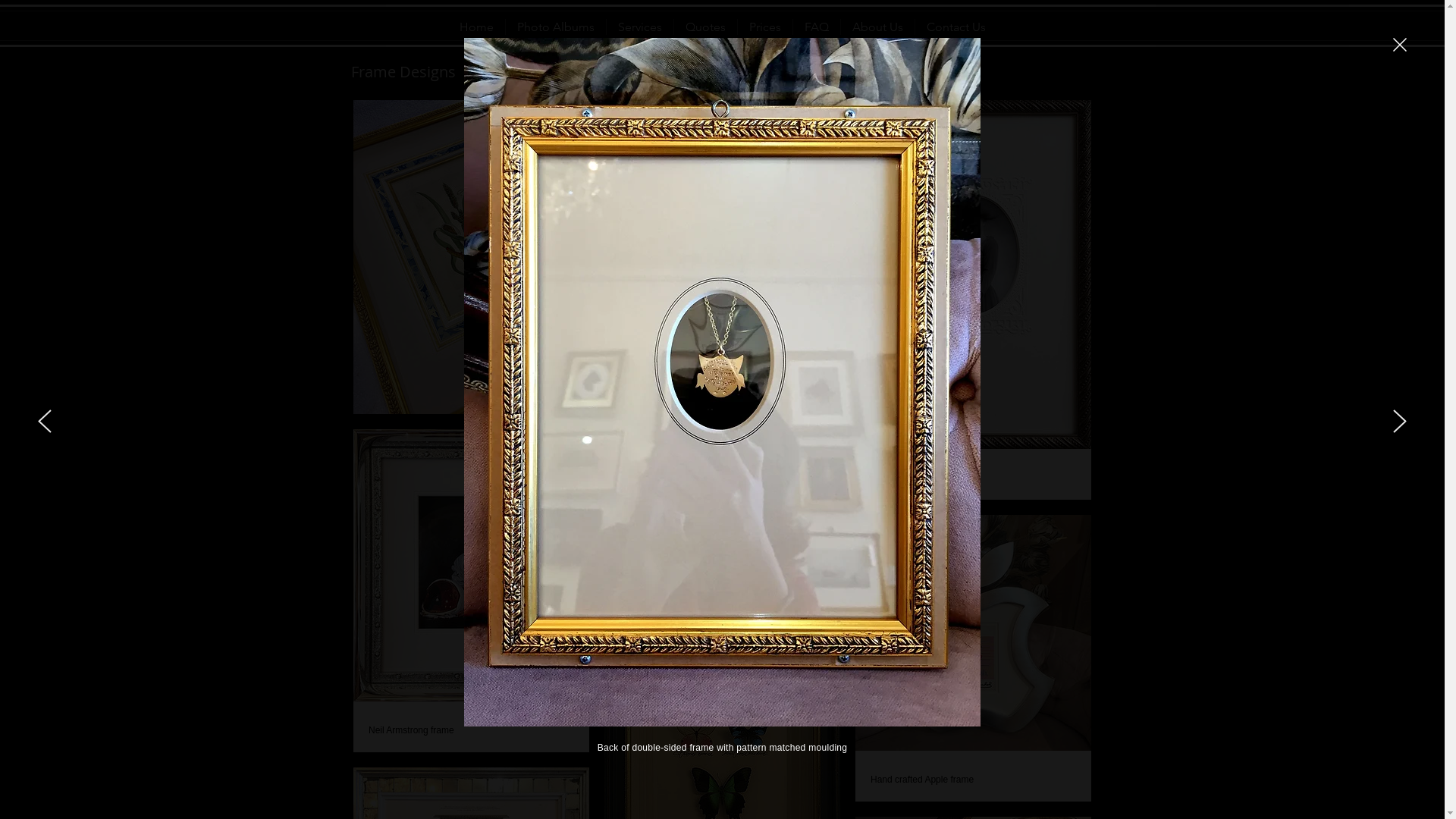  What do you see at coordinates (475, 26) in the screenshot?
I see `'Home'` at bounding box center [475, 26].